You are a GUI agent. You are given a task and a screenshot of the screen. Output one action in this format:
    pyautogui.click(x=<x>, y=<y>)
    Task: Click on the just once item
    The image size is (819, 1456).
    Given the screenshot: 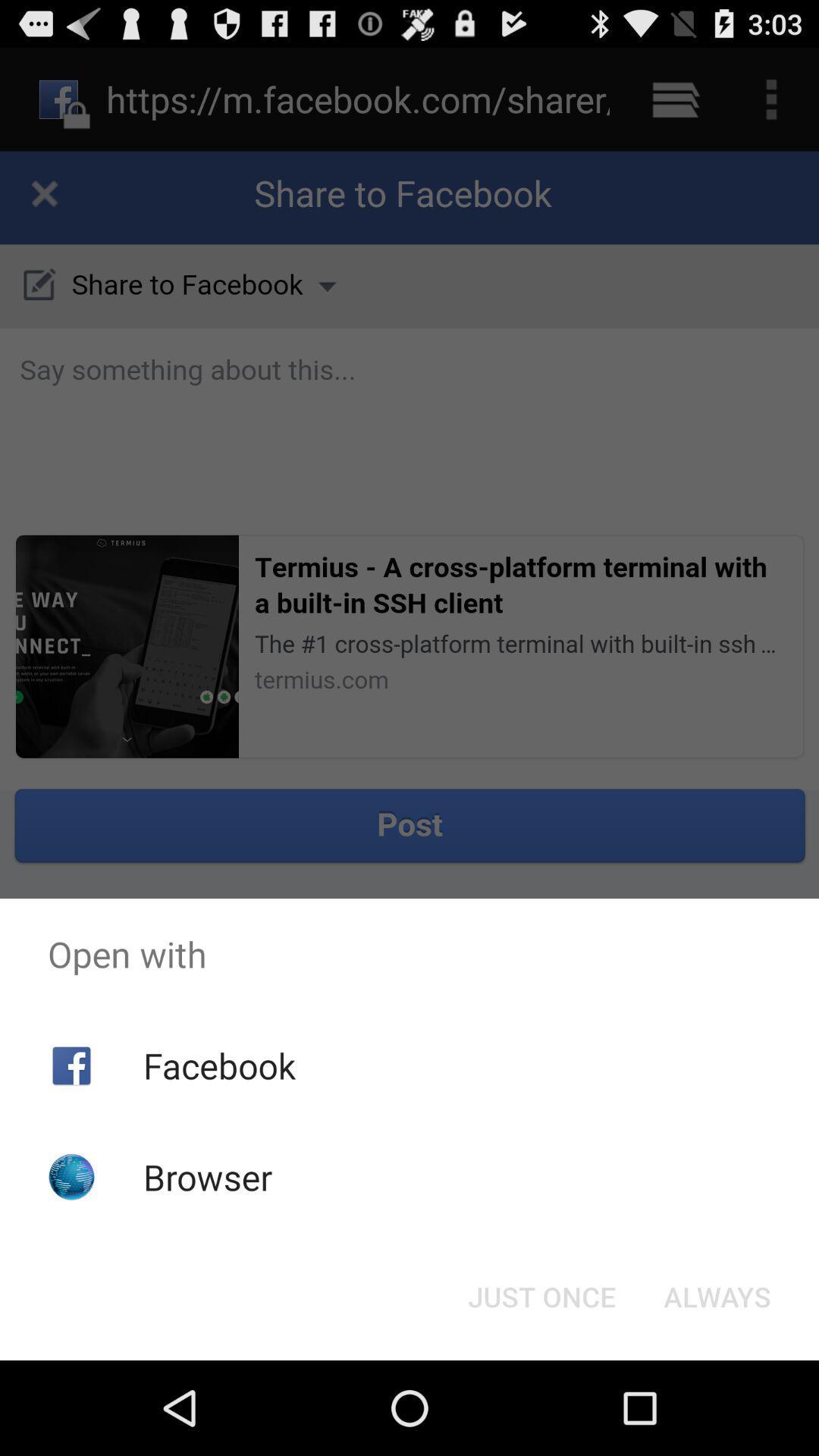 What is the action you would take?
    pyautogui.click(x=541, y=1295)
    